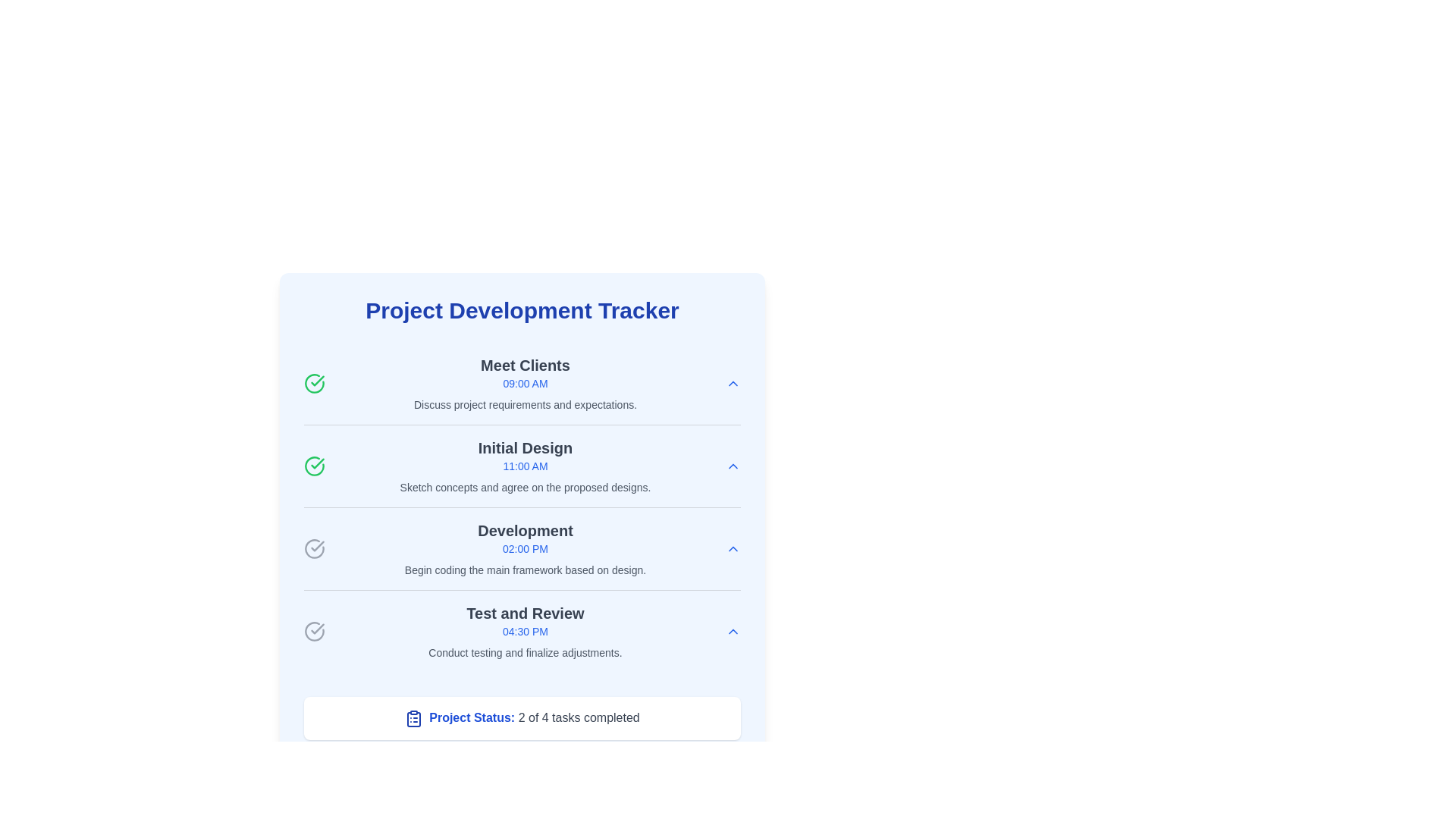 The image size is (1456, 819). I want to click on the second task entry in the scheduler or planner interface, which includes a task name, time, description, and a green checkmark indicating completion status, so click(522, 464).